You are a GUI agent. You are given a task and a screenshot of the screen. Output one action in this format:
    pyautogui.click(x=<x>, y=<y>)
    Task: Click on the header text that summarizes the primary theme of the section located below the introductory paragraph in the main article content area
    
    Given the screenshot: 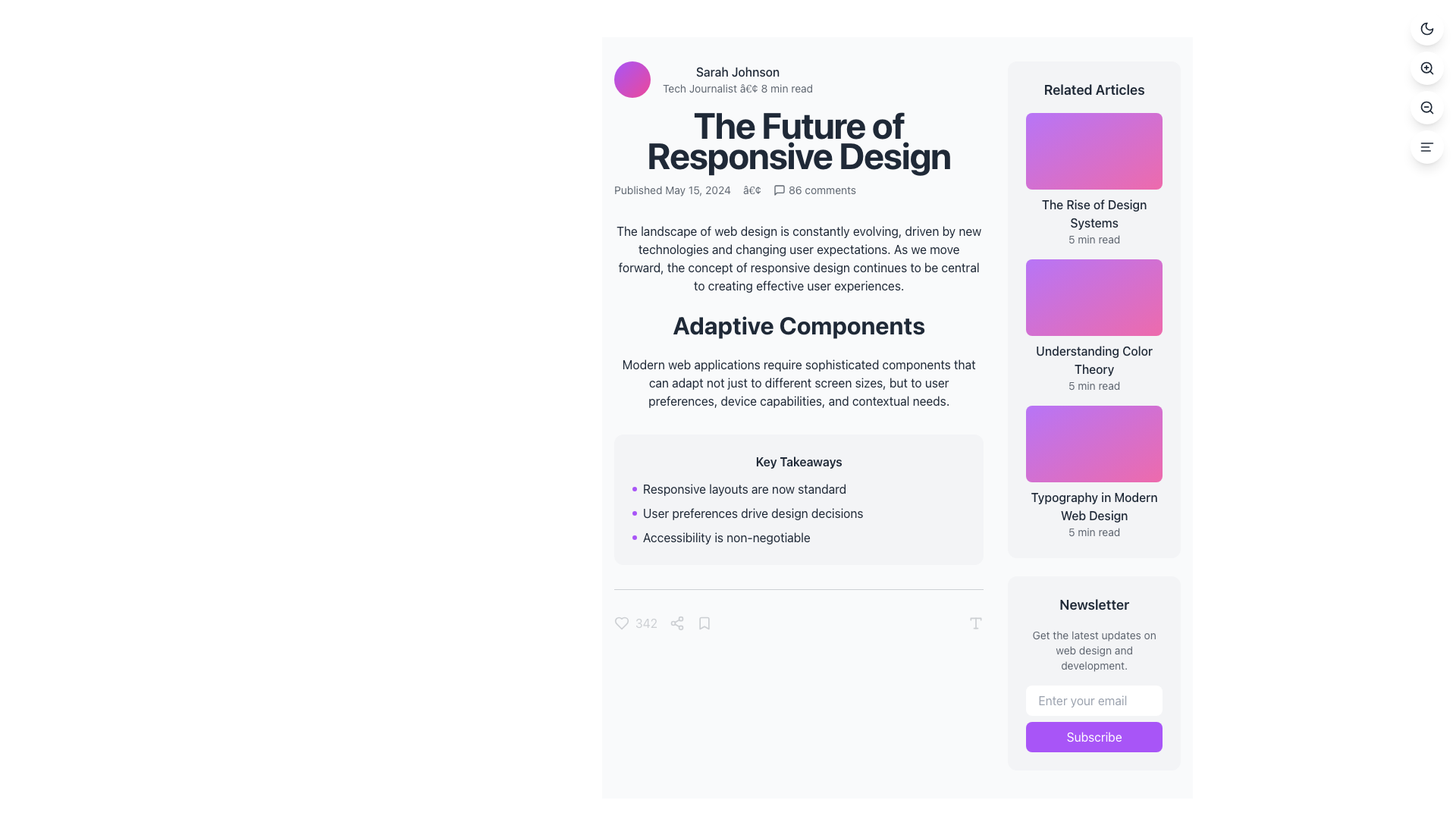 What is the action you would take?
    pyautogui.click(x=798, y=324)
    